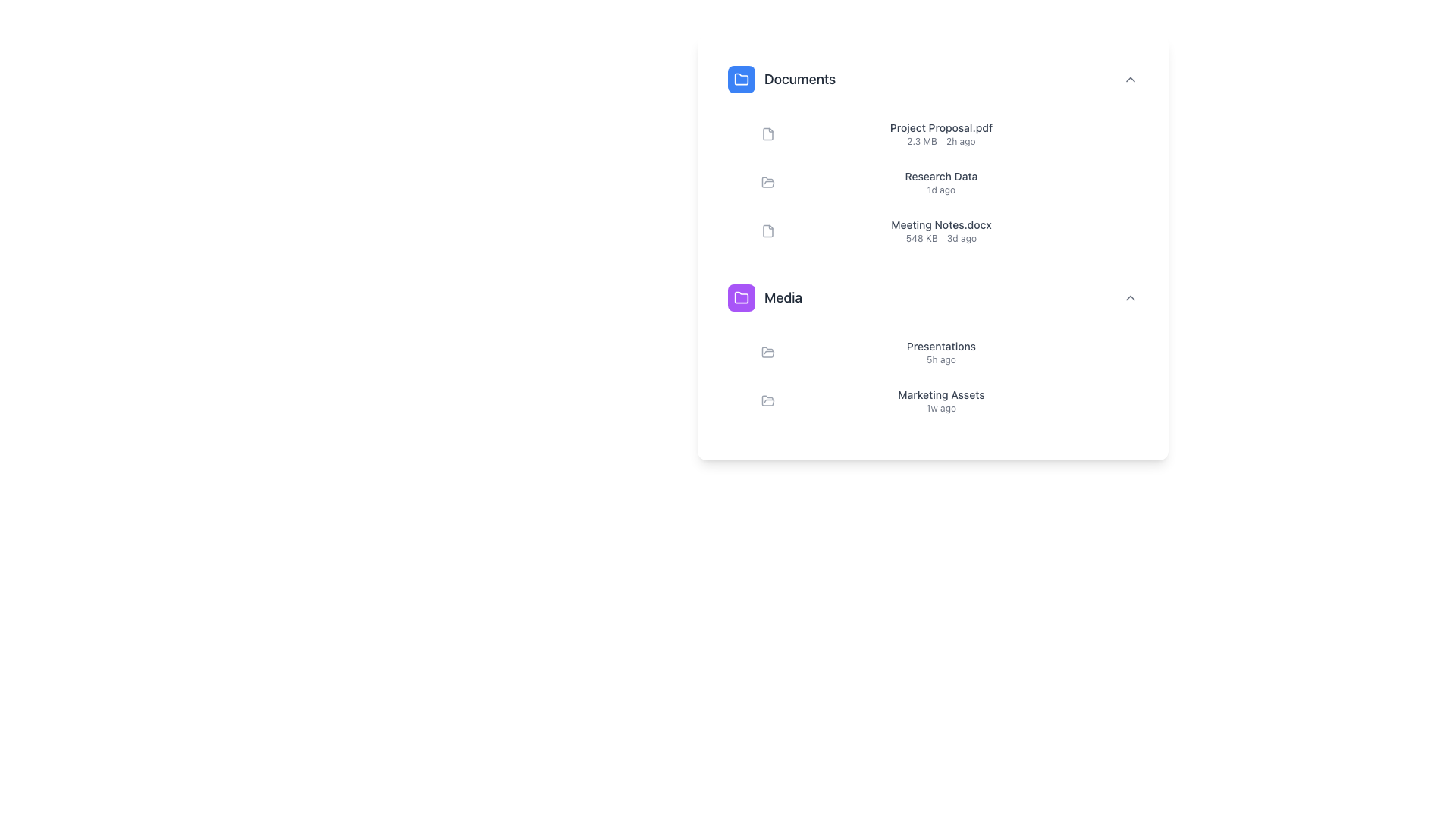 The image size is (1456, 819). Describe the element at coordinates (767, 352) in the screenshot. I see `the open folder icon, which is the first element in the Media section, located to the left of the Presentations label` at that location.